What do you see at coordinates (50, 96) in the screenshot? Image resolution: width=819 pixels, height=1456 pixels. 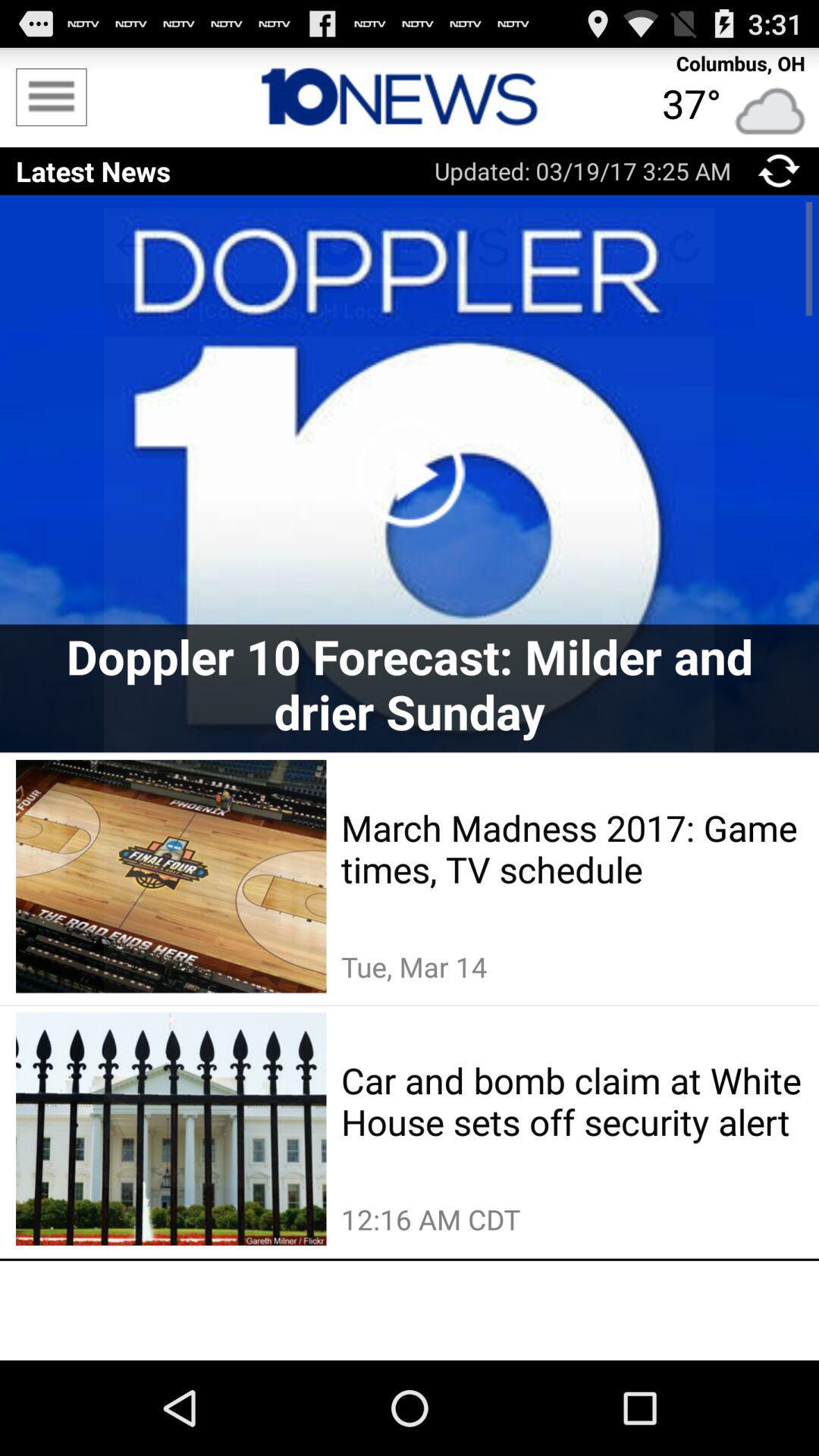 I see `item above the latest news icon` at bounding box center [50, 96].